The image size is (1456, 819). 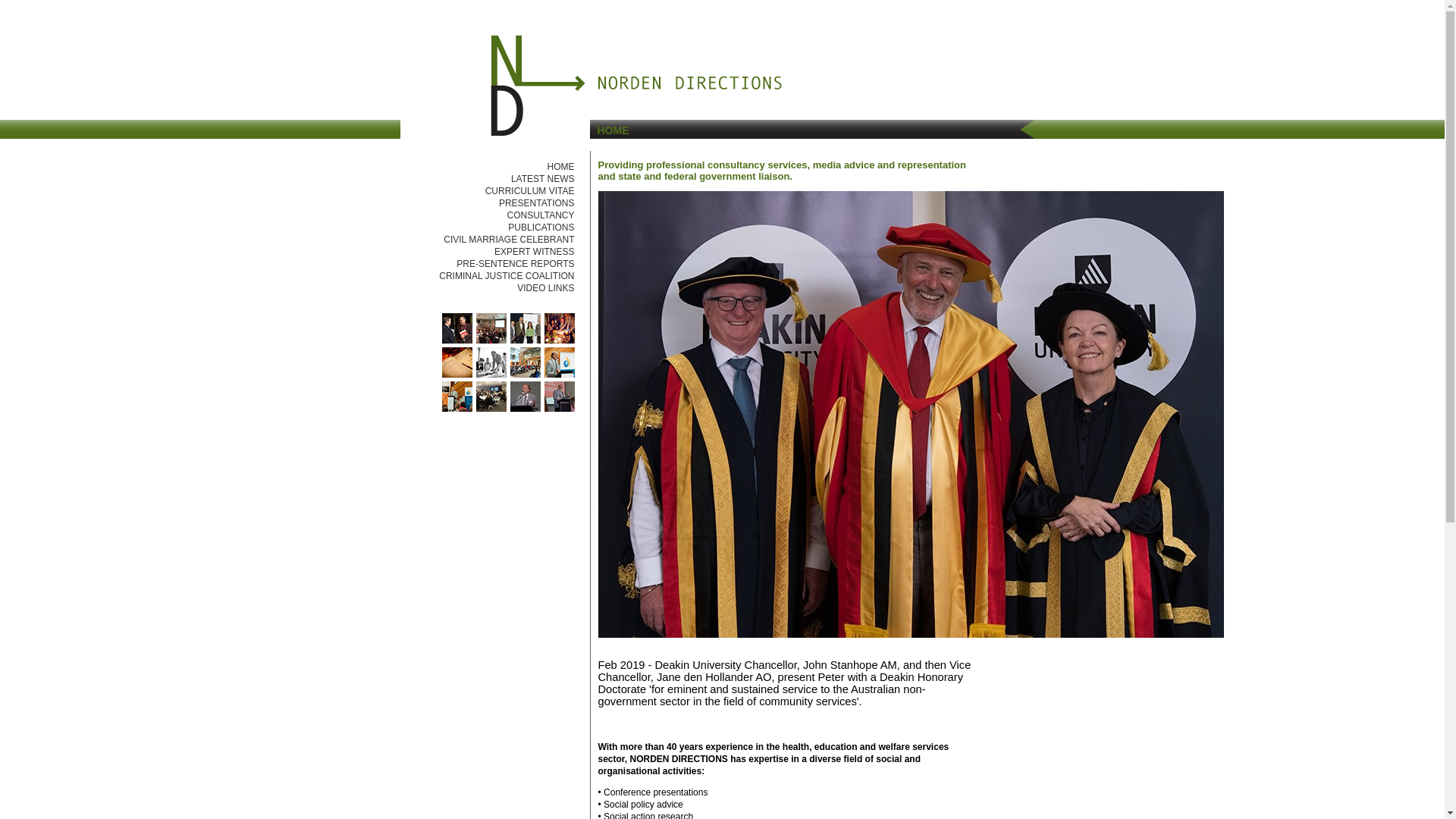 I want to click on 'VIDEO LINKS', so click(x=545, y=288).